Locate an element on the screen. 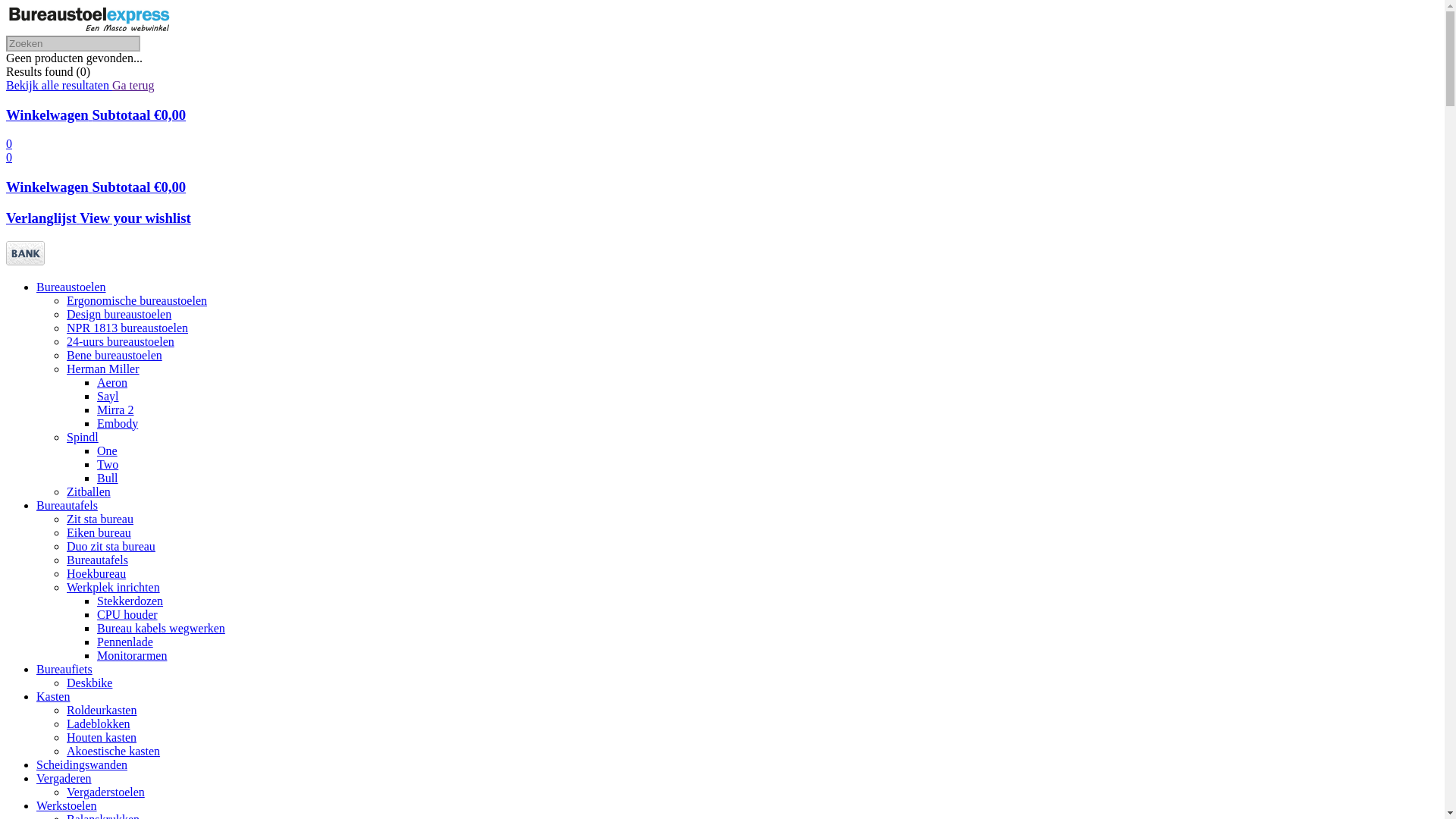  '24-uurs bureaustoelen' is located at coordinates (119, 341).